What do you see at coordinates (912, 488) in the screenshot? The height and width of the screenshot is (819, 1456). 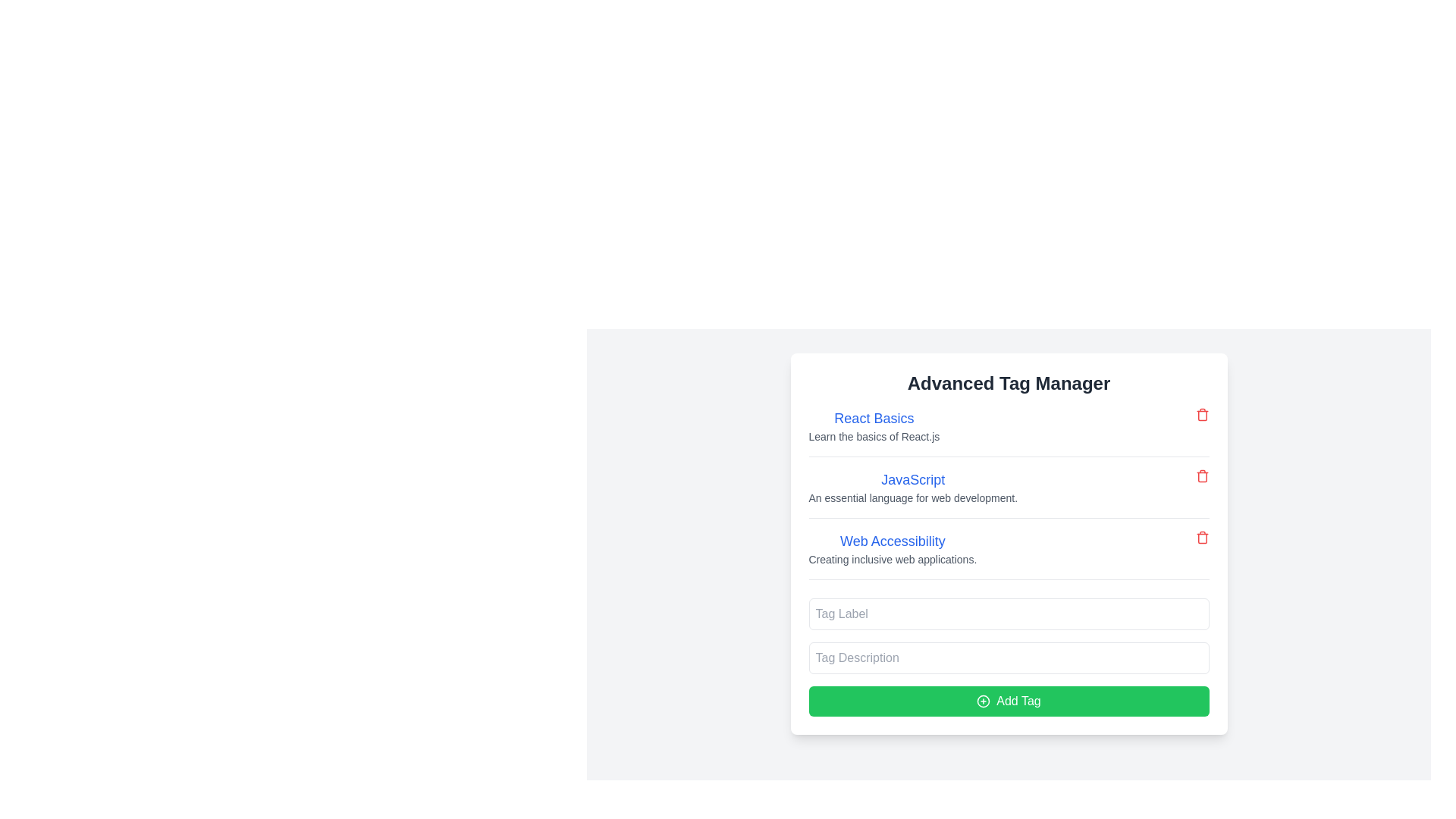 I see `the Text block labeled 'JavaScript' in the 'Advanced Tag Manager' section, which contains a larger blue title and a smaller gray description` at bounding box center [912, 488].